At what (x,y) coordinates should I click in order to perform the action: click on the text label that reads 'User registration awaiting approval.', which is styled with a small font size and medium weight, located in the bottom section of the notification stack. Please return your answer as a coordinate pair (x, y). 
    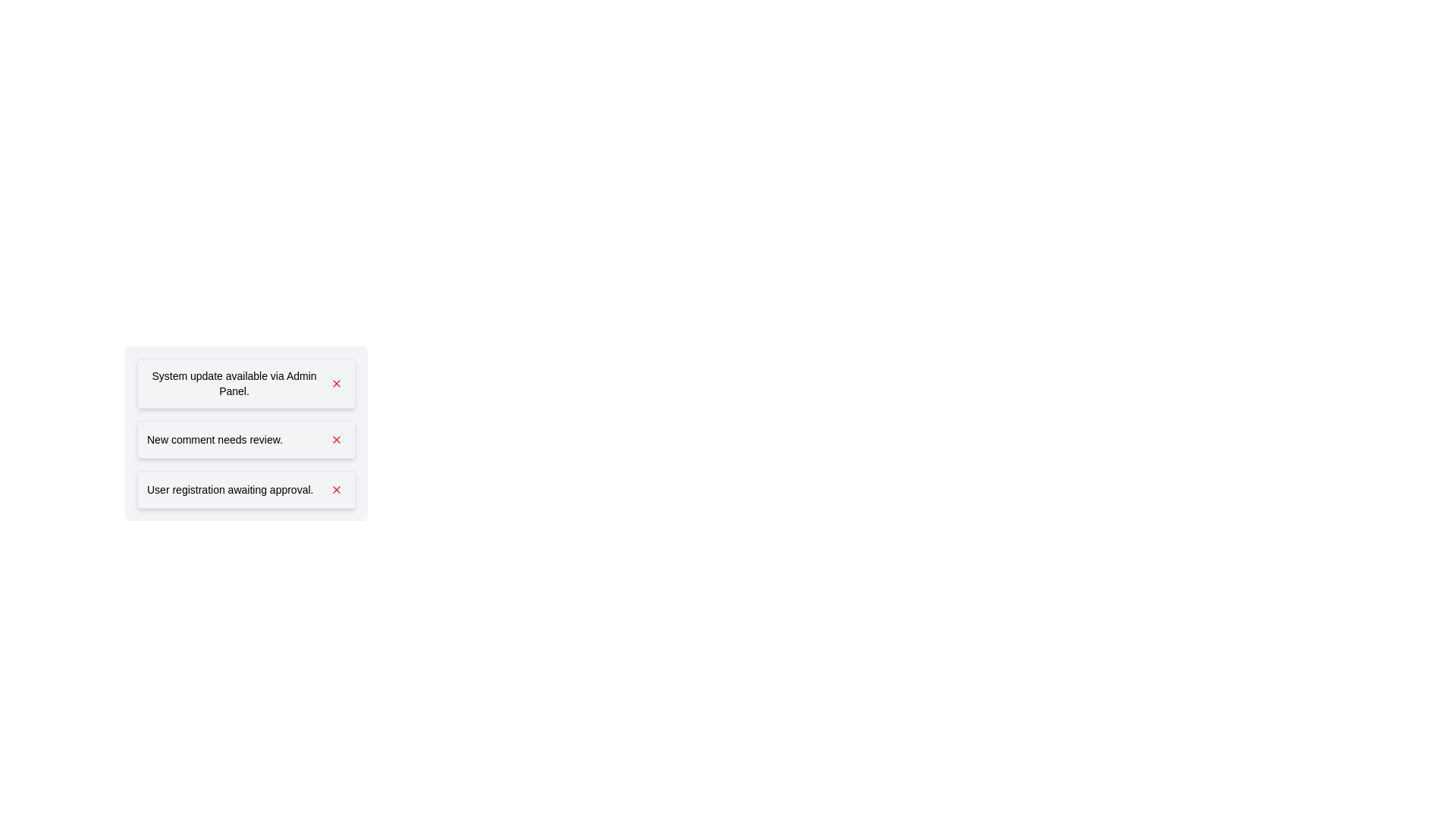
    Looking at the image, I should click on (229, 489).